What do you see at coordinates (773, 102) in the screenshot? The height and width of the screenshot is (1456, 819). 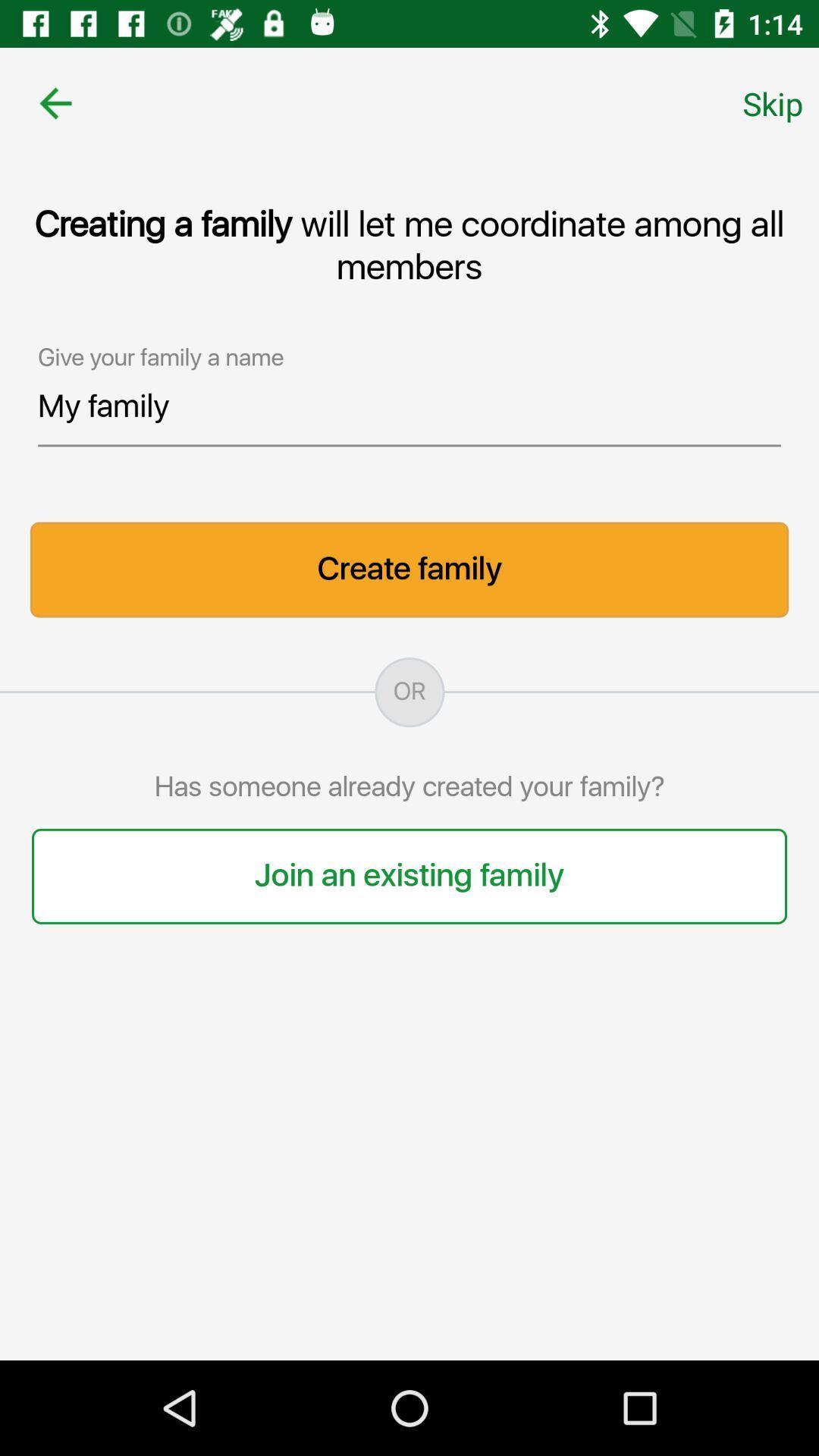 I see `the icon at the top right corner` at bounding box center [773, 102].